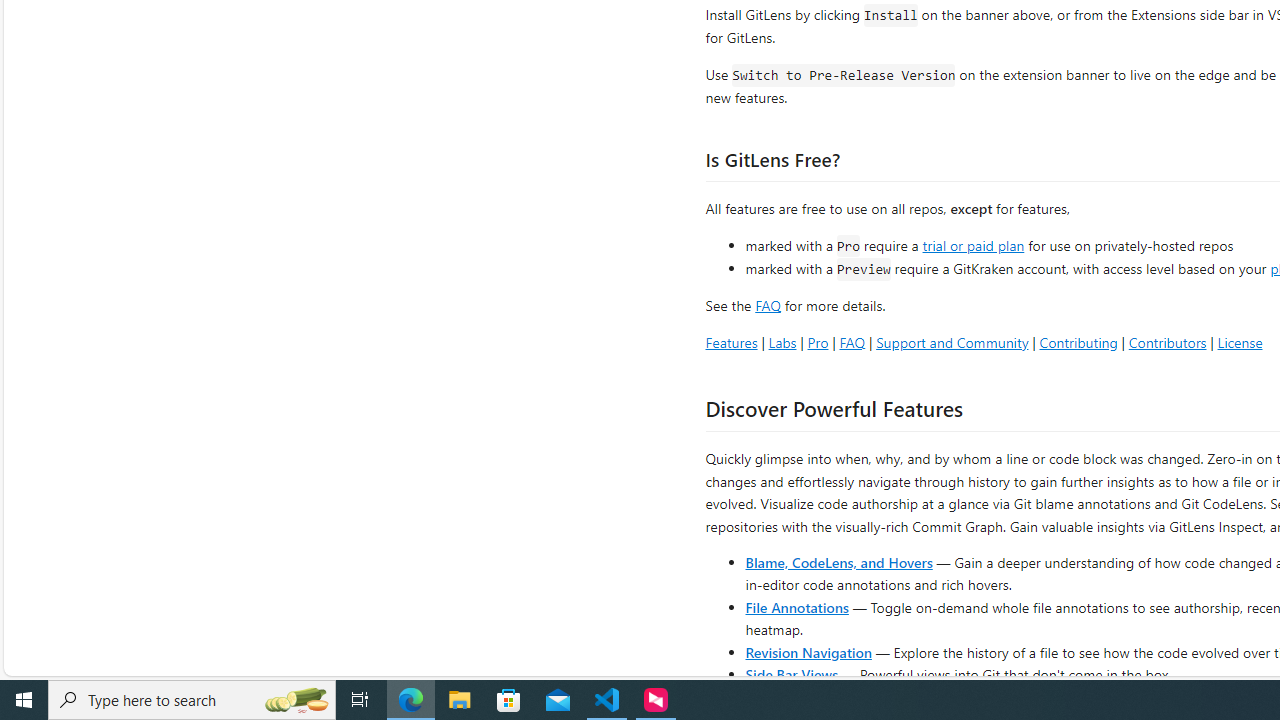 The image size is (1280, 720). Describe the element at coordinates (951, 341) in the screenshot. I see `'Support and Community'` at that location.